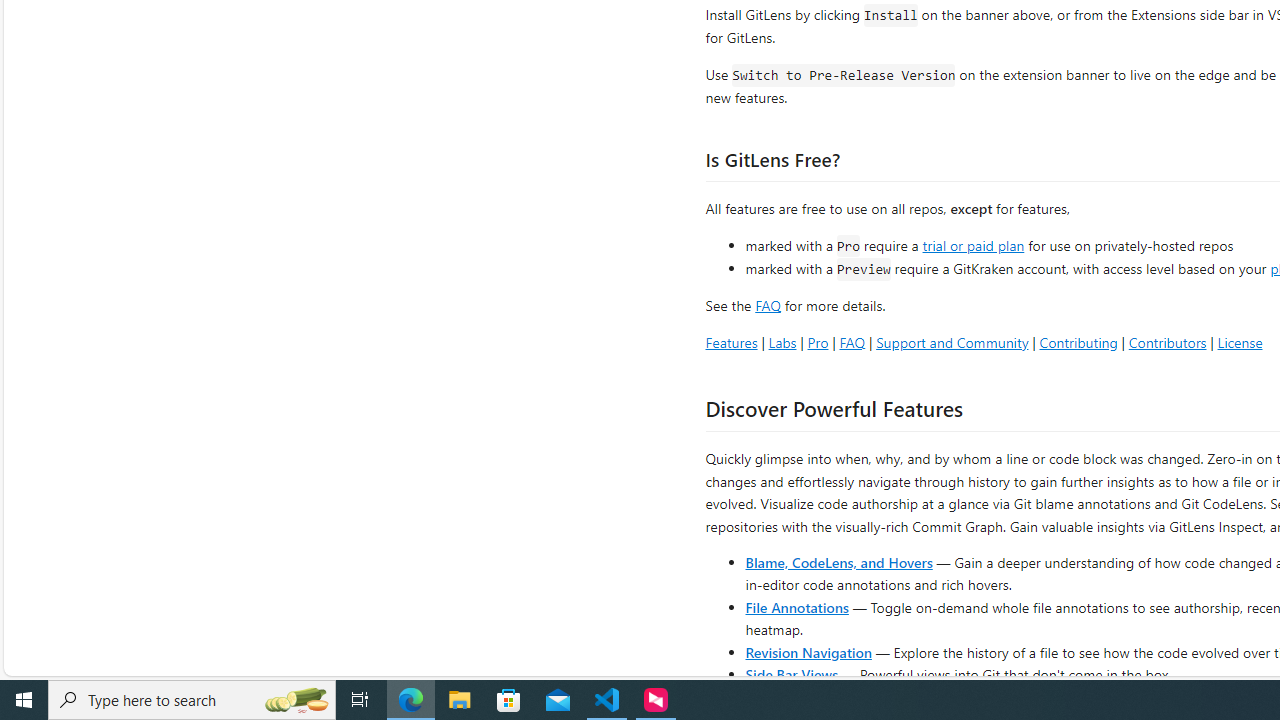 The image size is (1280, 720). Describe the element at coordinates (951, 341) in the screenshot. I see `'Support and Community'` at that location.